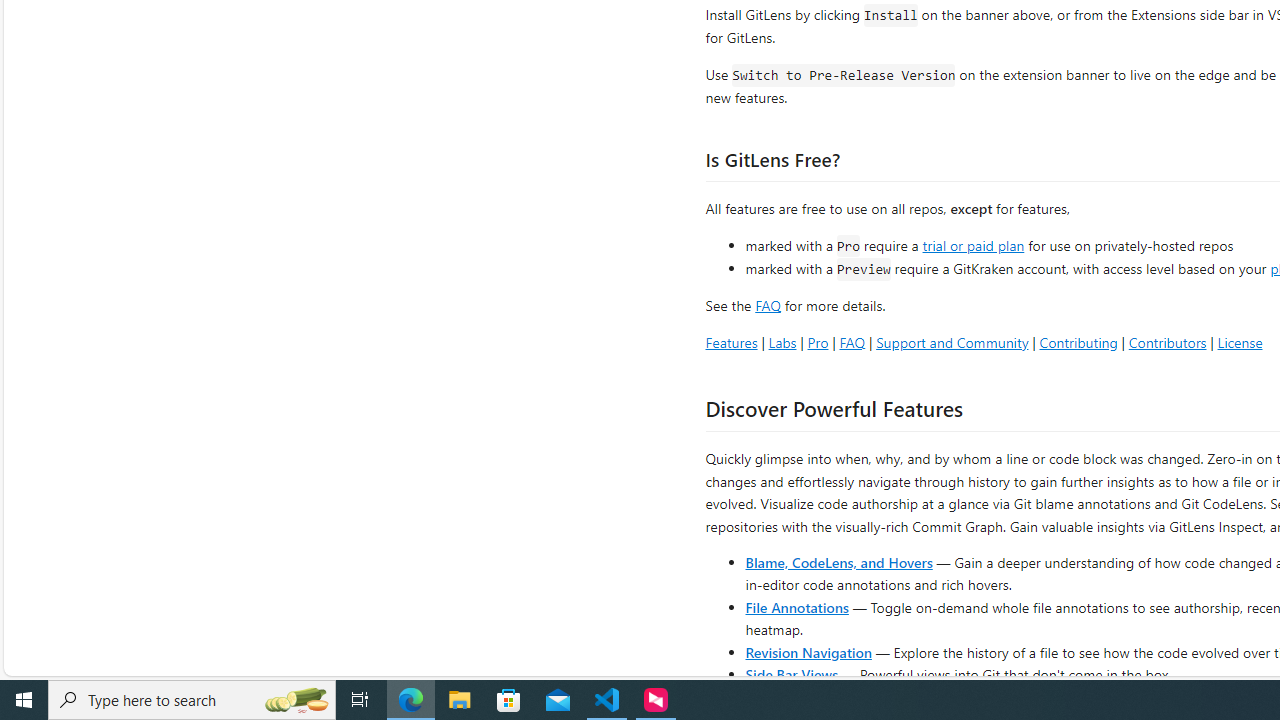 The image size is (1280, 720). Describe the element at coordinates (951, 341) in the screenshot. I see `'Support and Community'` at that location.